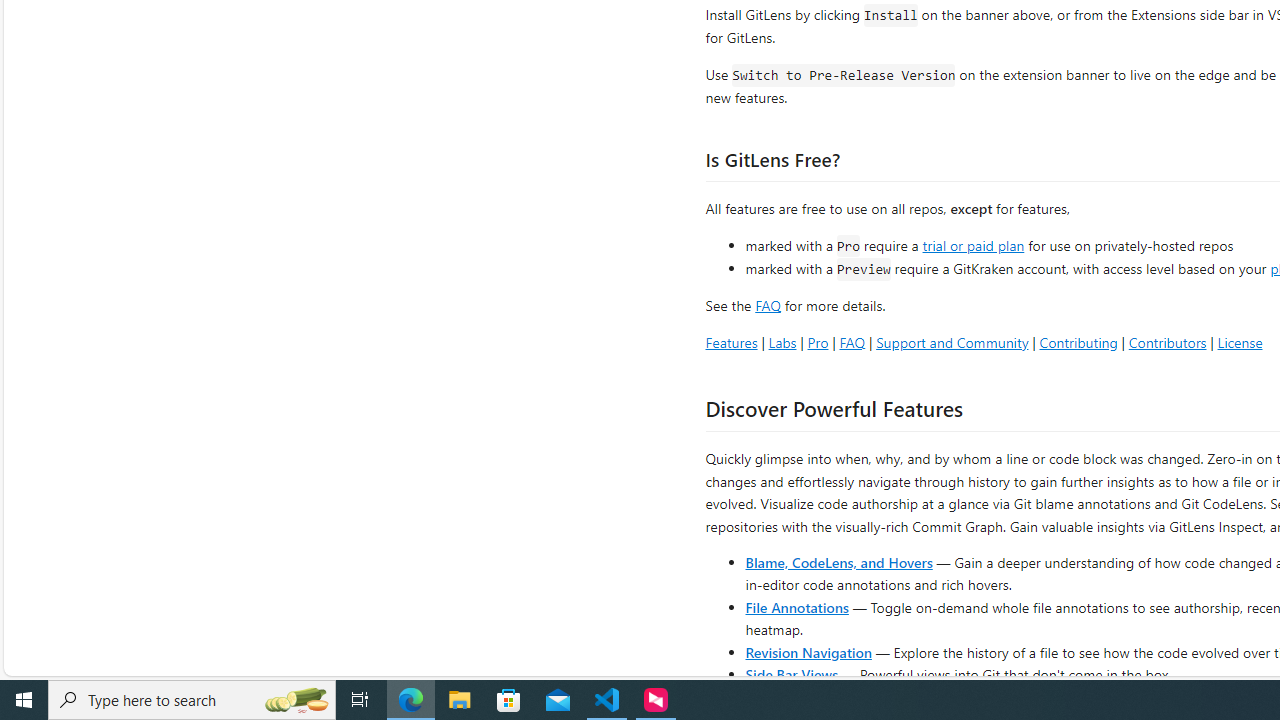 The image size is (1280, 720). Describe the element at coordinates (951, 341) in the screenshot. I see `'Support and Community'` at that location.